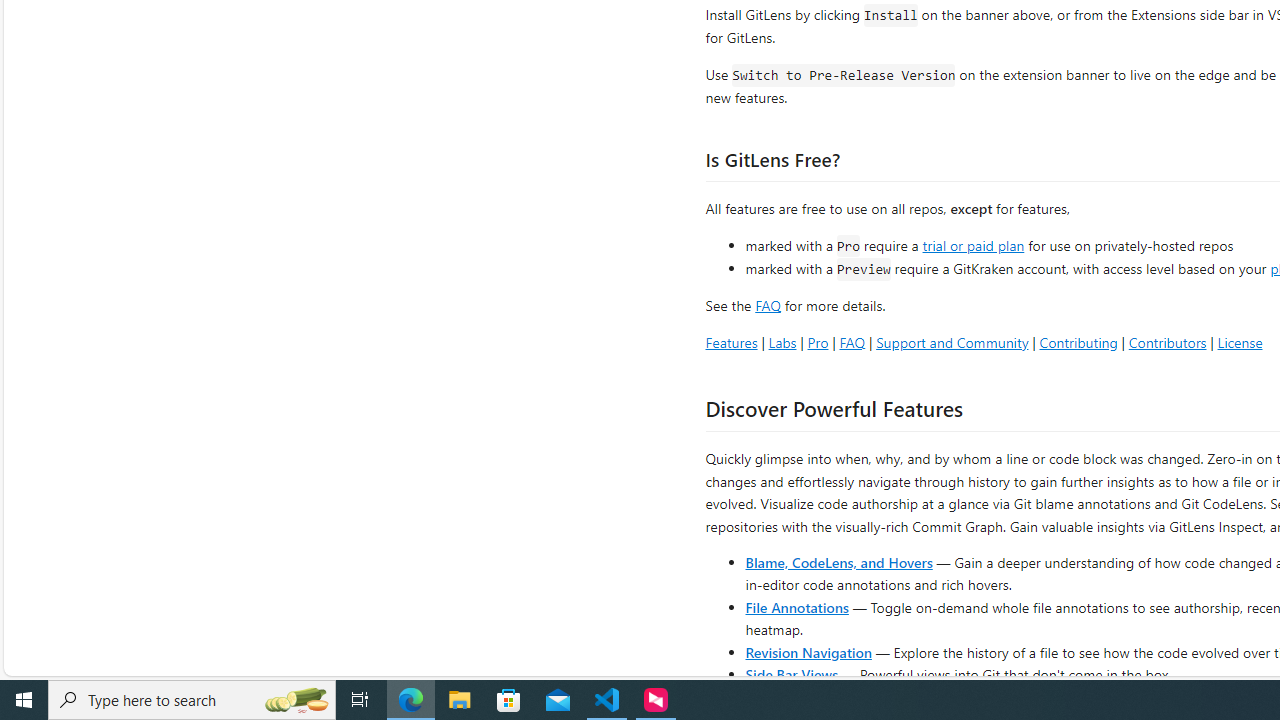 The image size is (1280, 720). Describe the element at coordinates (951, 341) in the screenshot. I see `'Support and Community'` at that location.